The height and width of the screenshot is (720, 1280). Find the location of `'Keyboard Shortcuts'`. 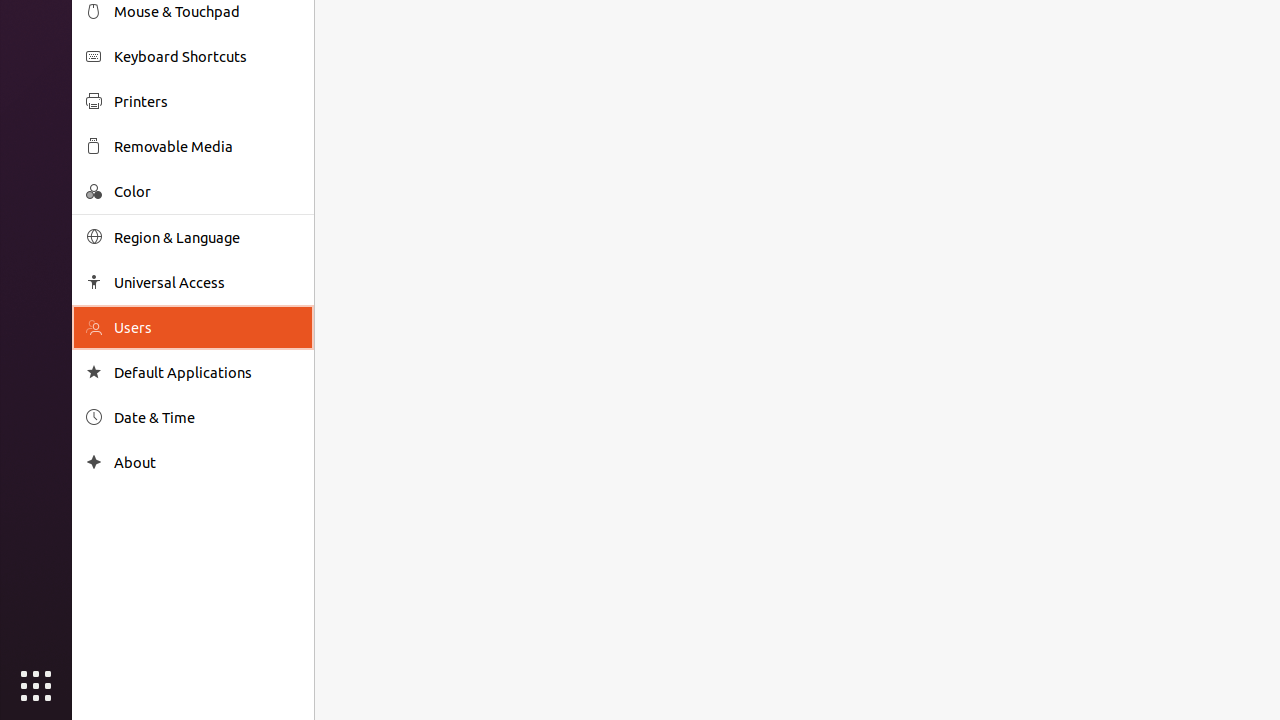

'Keyboard Shortcuts' is located at coordinates (206, 55).